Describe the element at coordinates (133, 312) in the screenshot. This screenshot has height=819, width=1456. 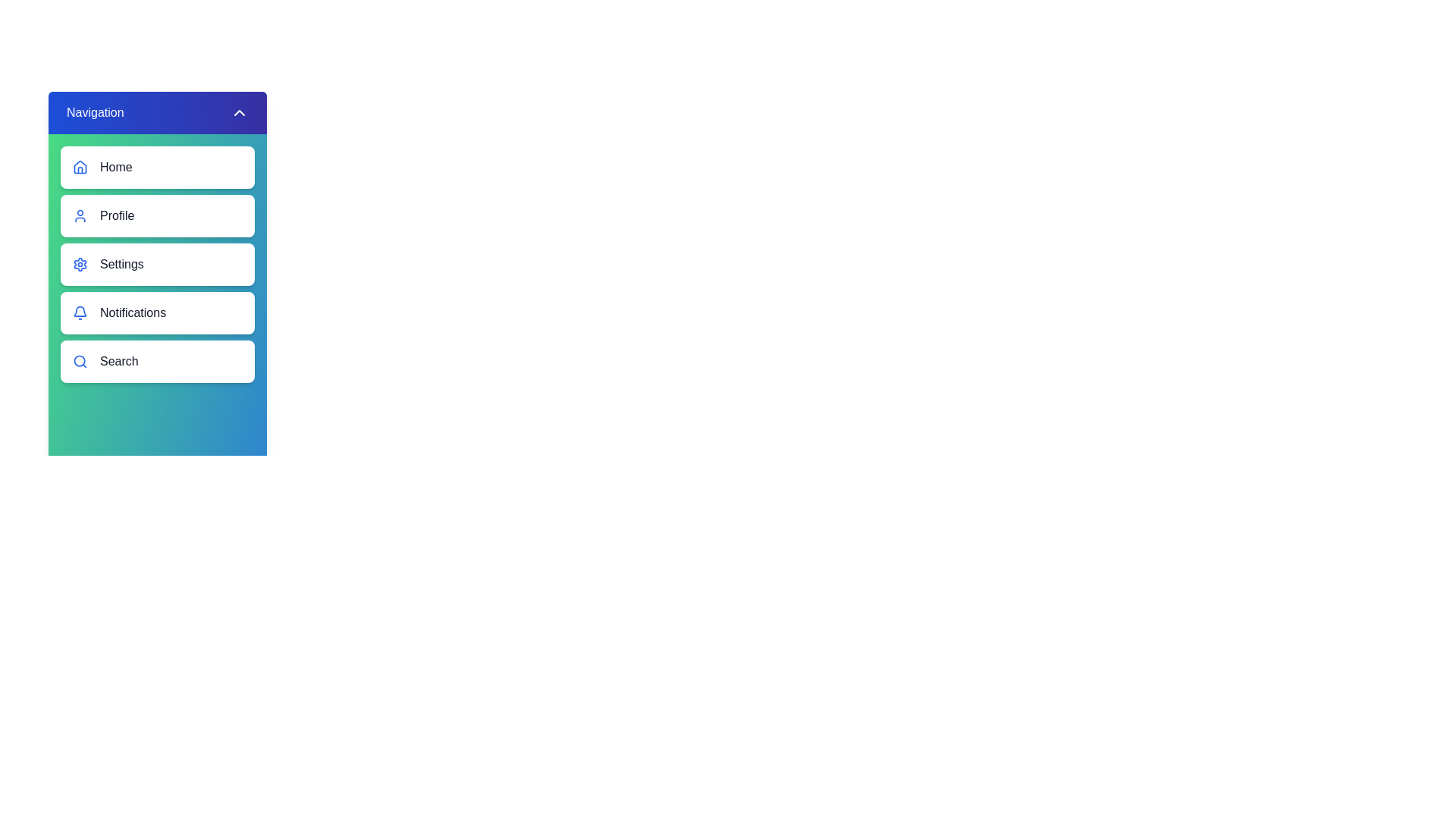
I see `the 'Notifications' text label in the navigation menu, which is the fourth entry after 'Home,' 'Profile,' and 'Settings.'` at that location.